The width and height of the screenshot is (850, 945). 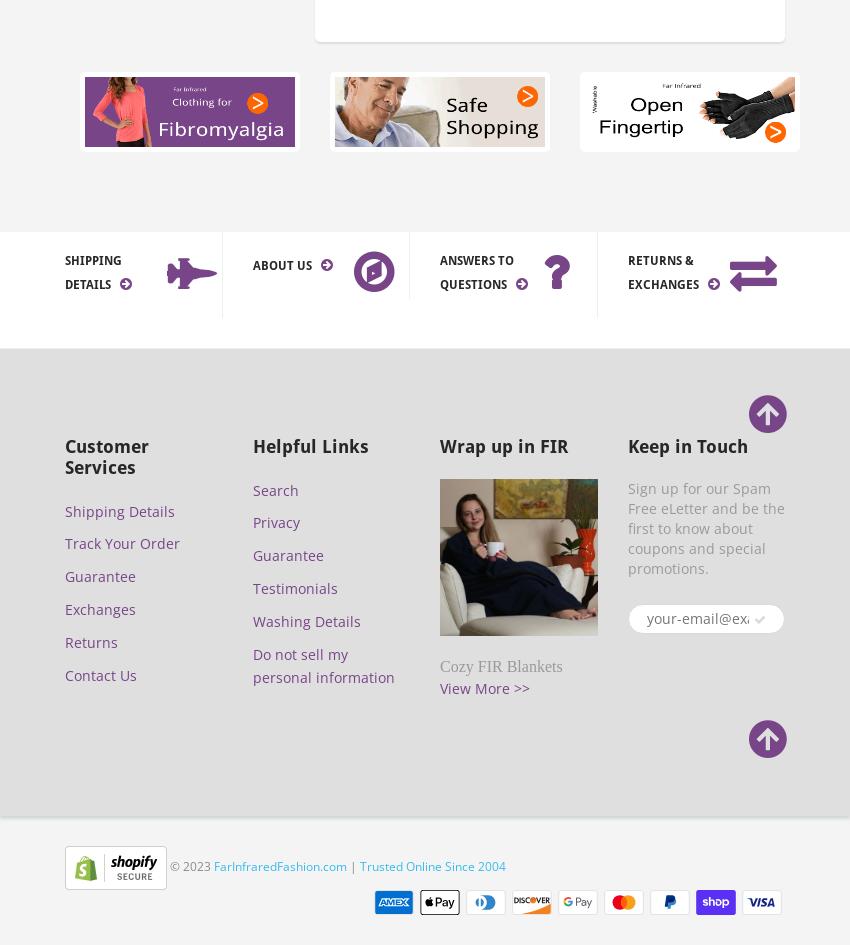 What do you see at coordinates (281, 263) in the screenshot?
I see `'About Us'` at bounding box center [281, 263].